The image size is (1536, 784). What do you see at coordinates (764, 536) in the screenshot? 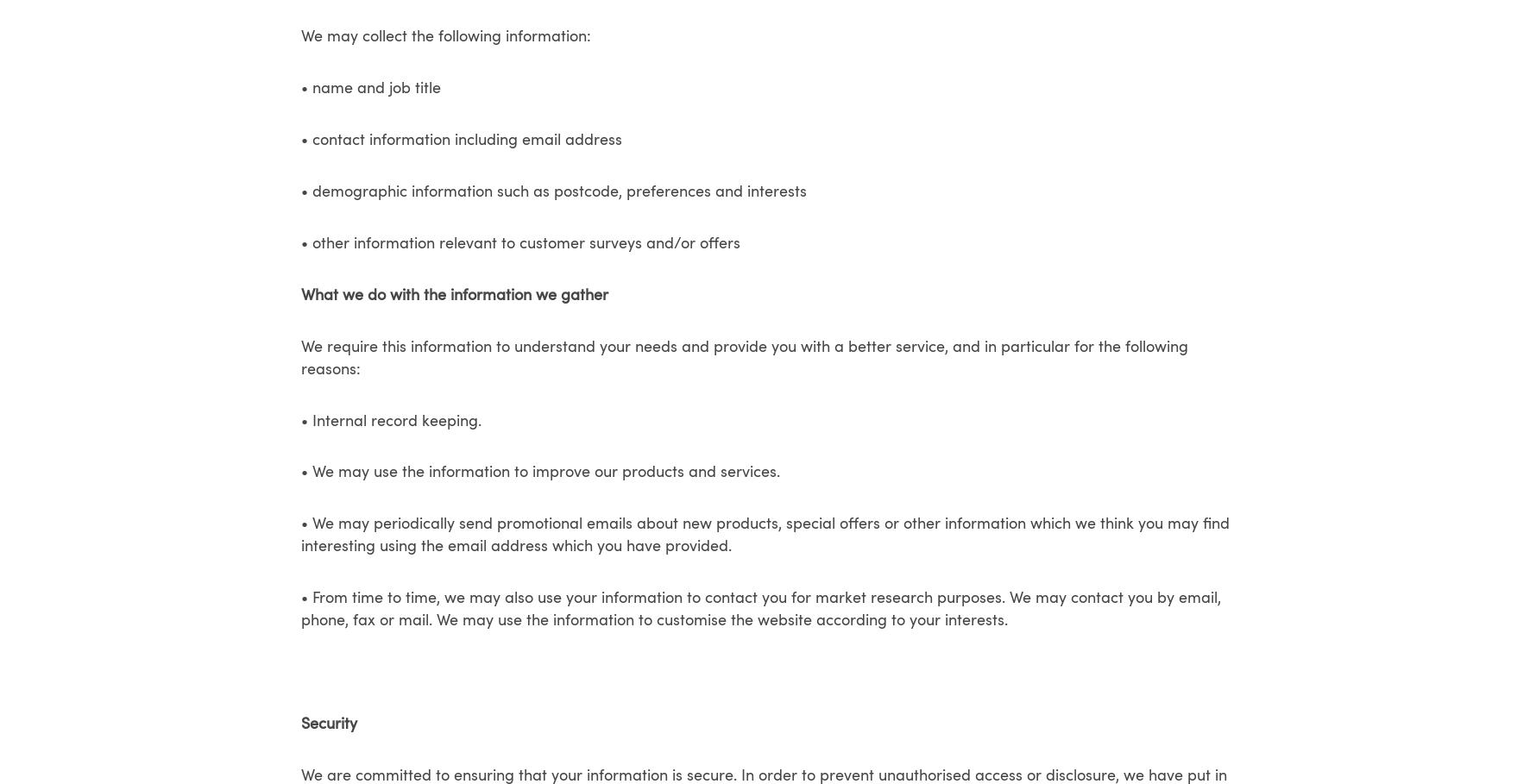
I see `'We may periodically send promotional emails about new products, special offers or other information which we think you may find interesting using the email address which you have provided.'` at bounding box center [764, 536].